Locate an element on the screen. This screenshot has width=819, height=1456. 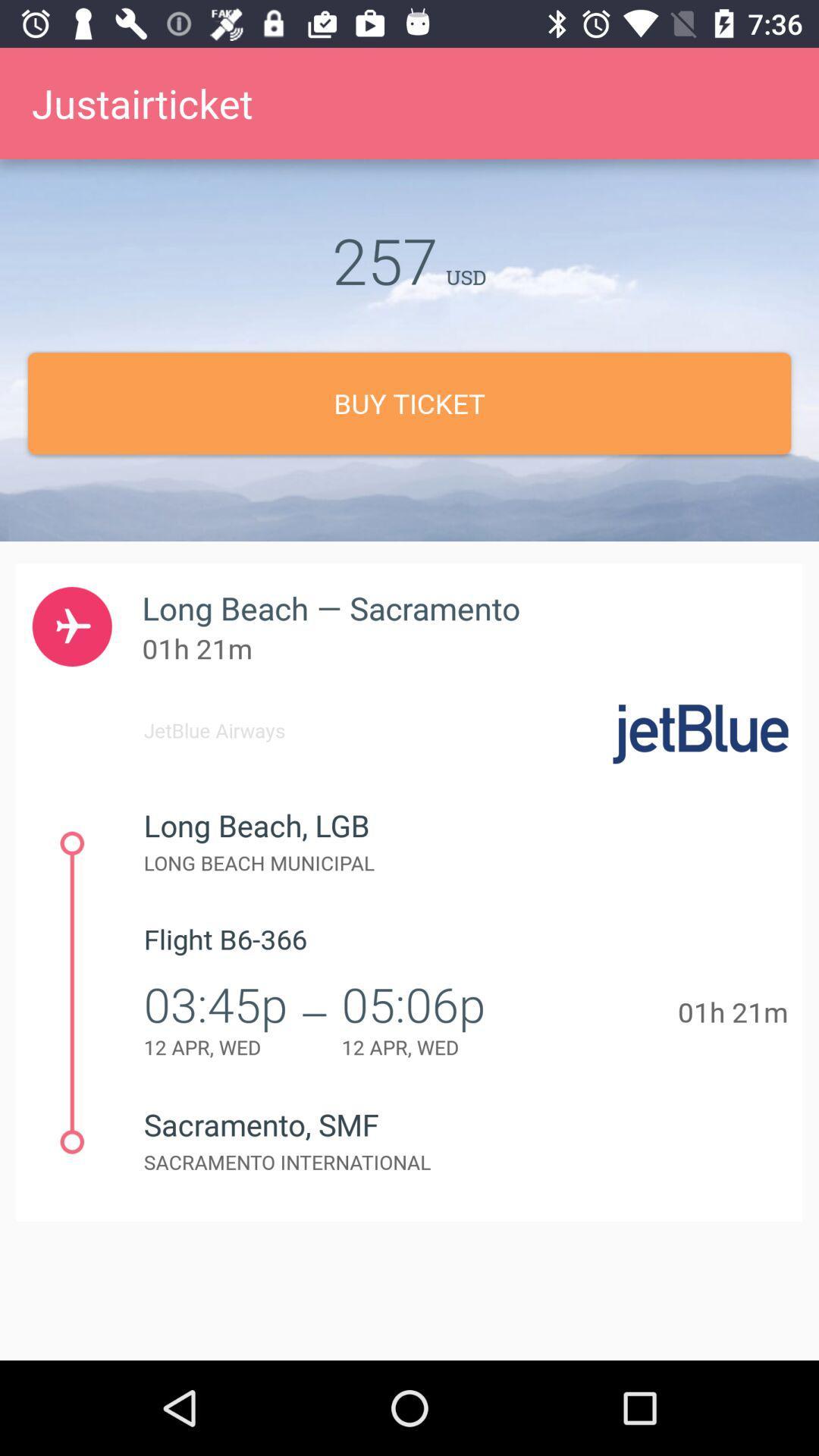
item below the 257 is located at coordinates (409, 403).